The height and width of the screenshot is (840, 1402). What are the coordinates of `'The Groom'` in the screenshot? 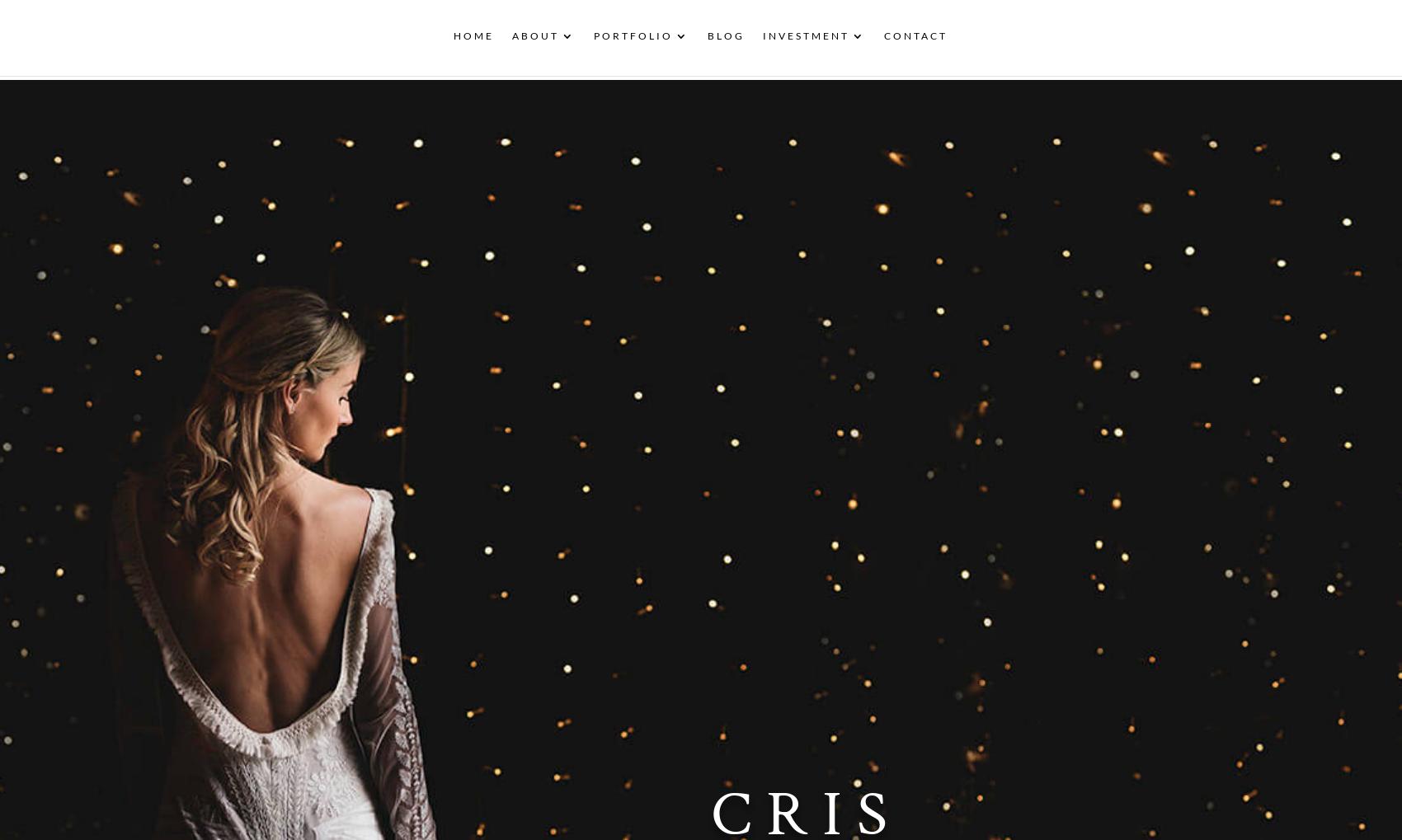 It's located at (666, 148).